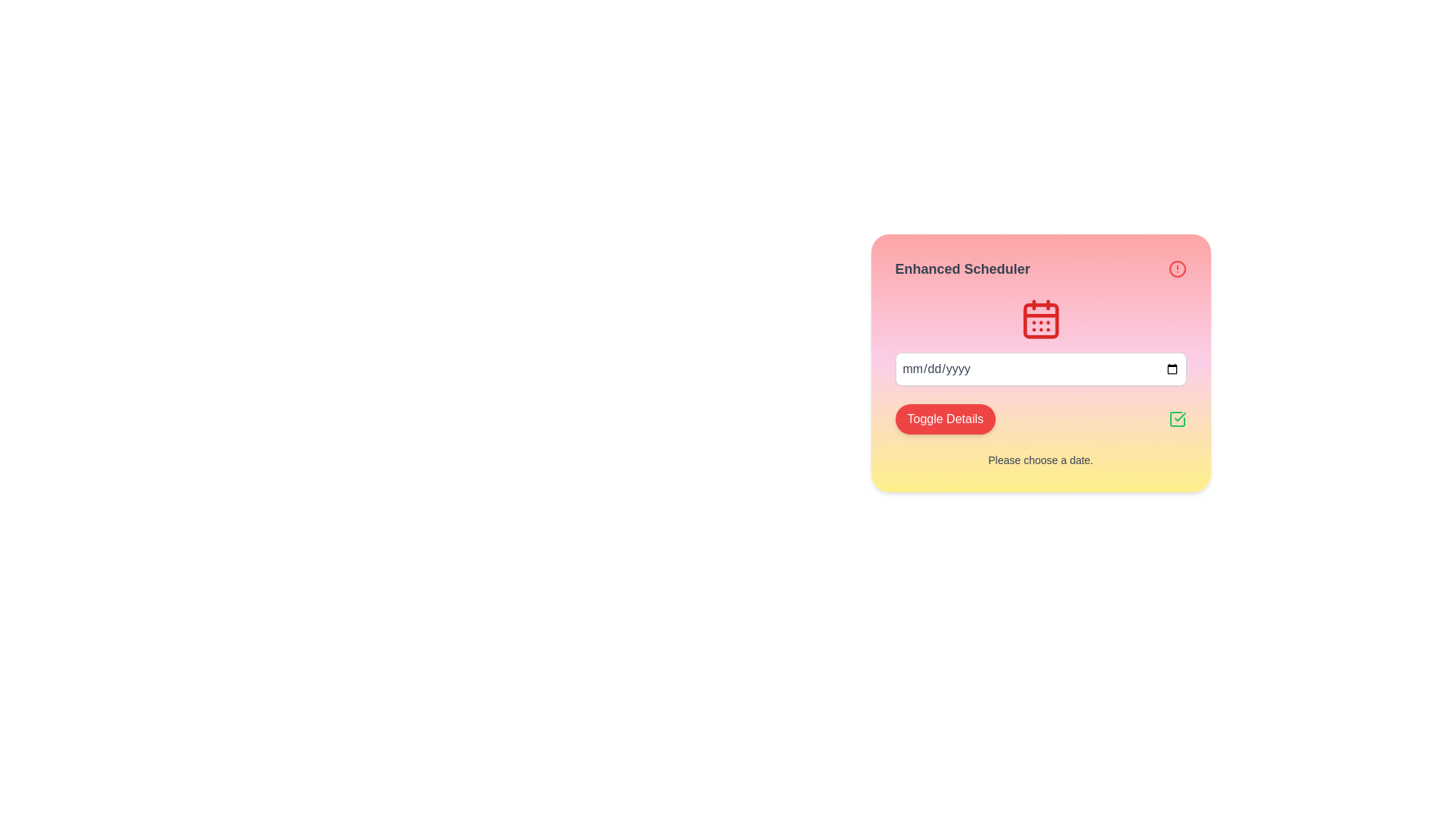  Describe the element at coordinates (962, 268) in the screenshot. I see `the Static text label displaying 'Enhanced Scheduler' in bold gray font, located at the top-left corner of the card interface` at that location.